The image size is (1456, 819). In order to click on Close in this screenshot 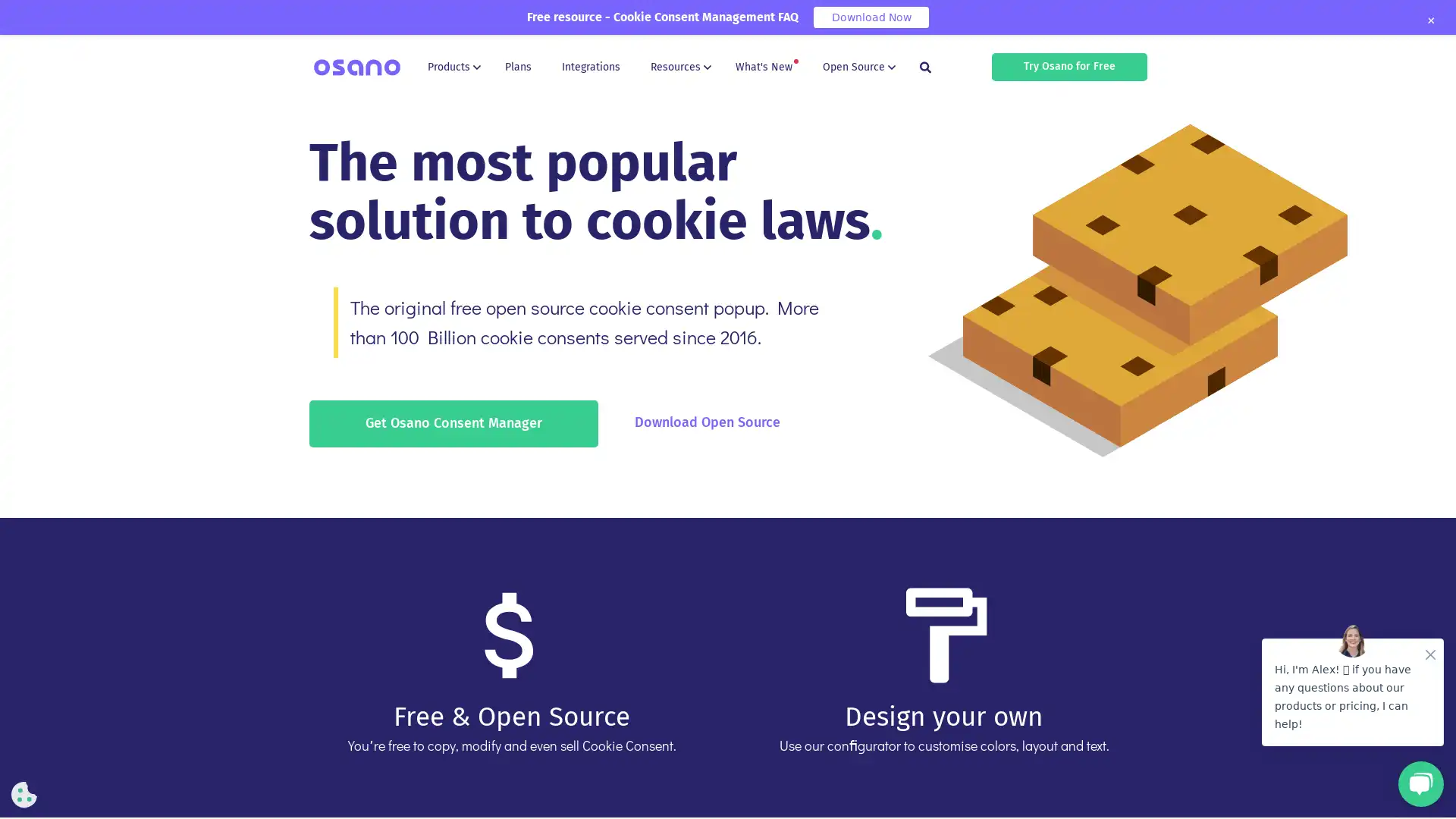, I will do `click(1429, 20)`.